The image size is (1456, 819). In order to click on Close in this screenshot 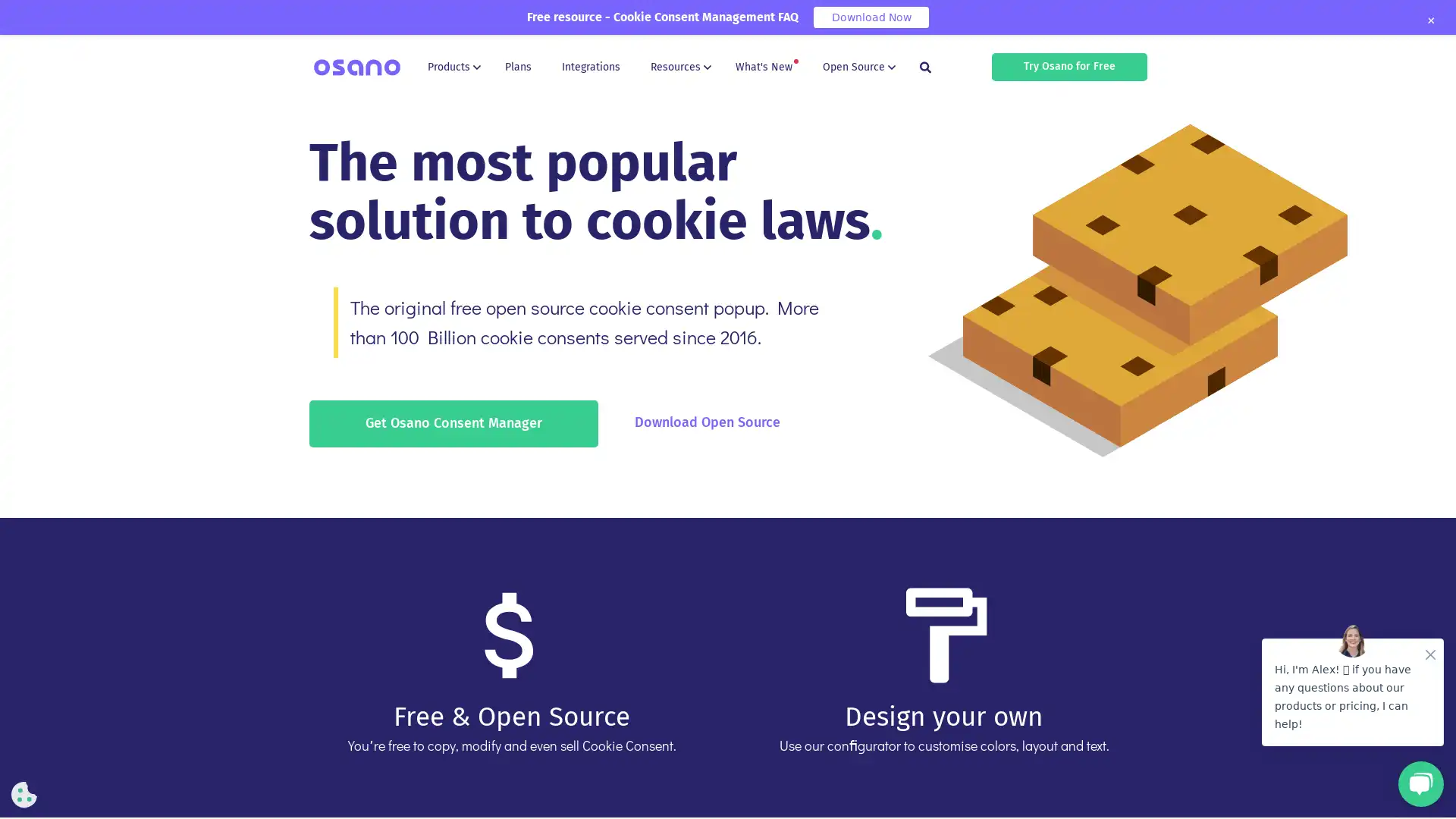, I will do `click(1429, 20)`.